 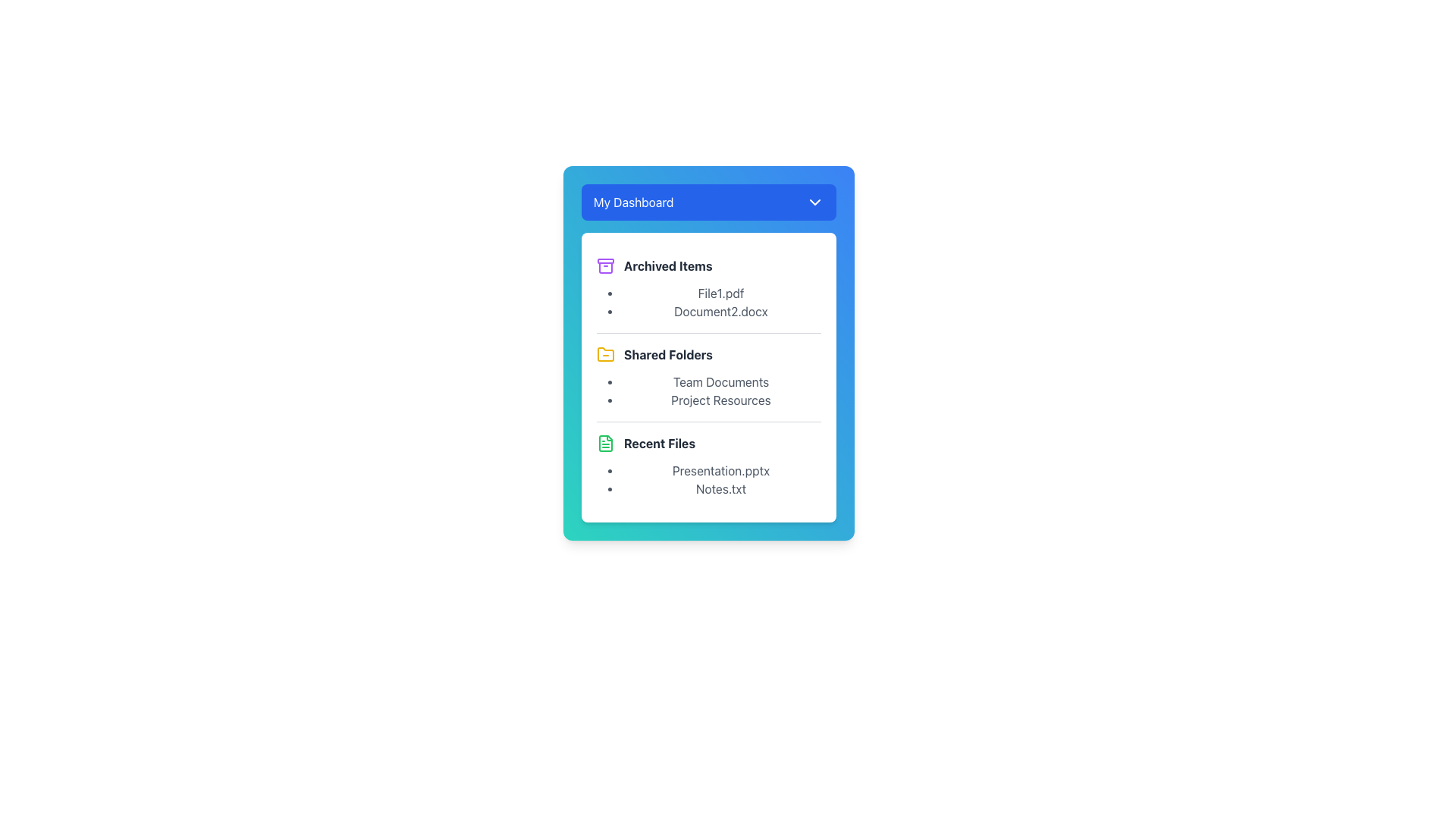 What do you see at coordinates (659, 444) in the screenshot?
I see `the 'Recent Files' text label, which is styled in bold gray font and is located below the 'Shared Folders' label and icon` at bounding box center [659, 444].